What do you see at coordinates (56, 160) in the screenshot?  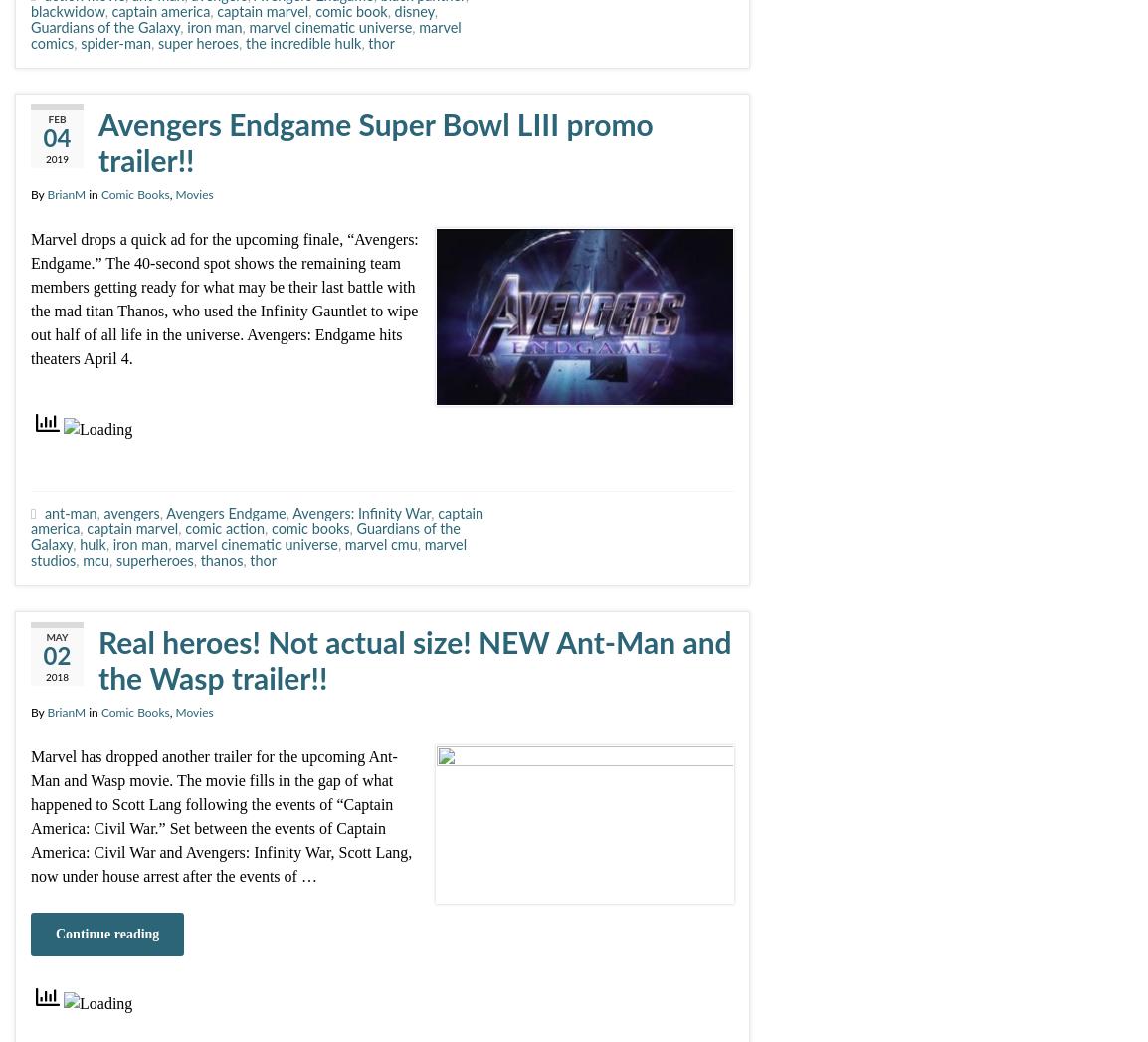 I see `'2019'` at bounding box center [56, 160].